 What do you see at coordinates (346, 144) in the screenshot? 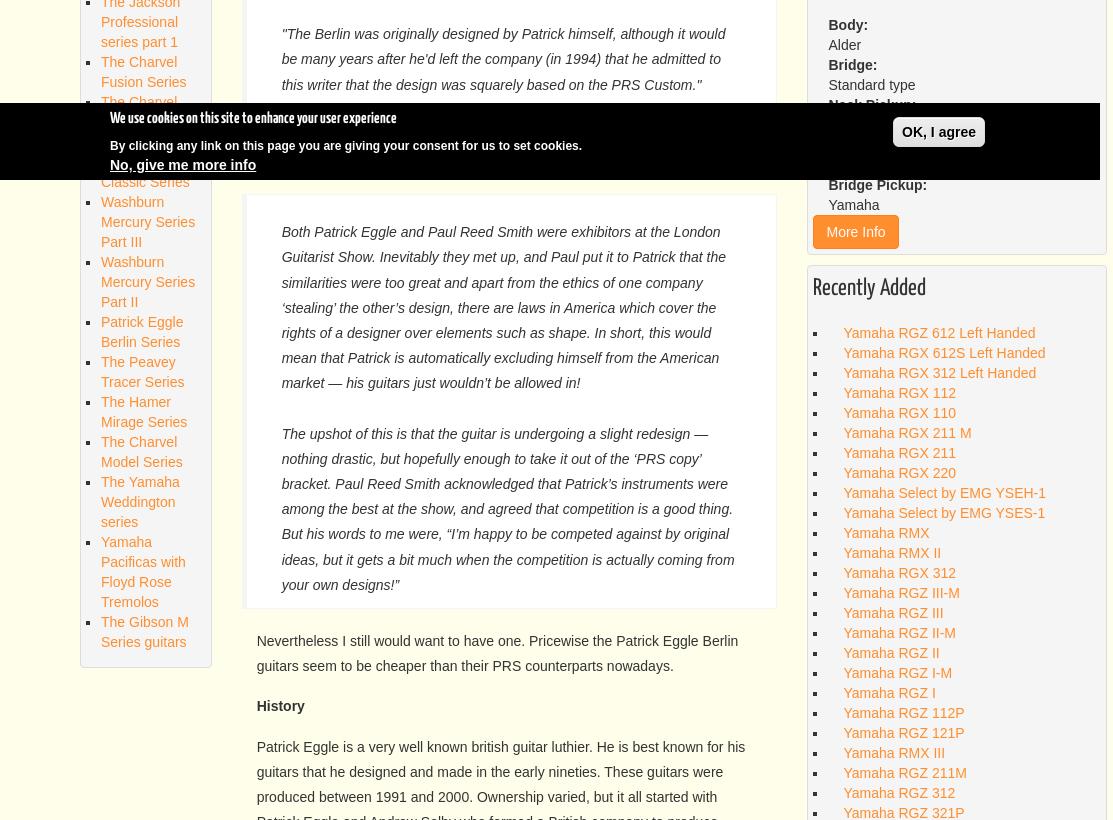
I see `'By clicking any link on this page you are giving your consent for us to set cookies.'` at bounding box center [346, 144].